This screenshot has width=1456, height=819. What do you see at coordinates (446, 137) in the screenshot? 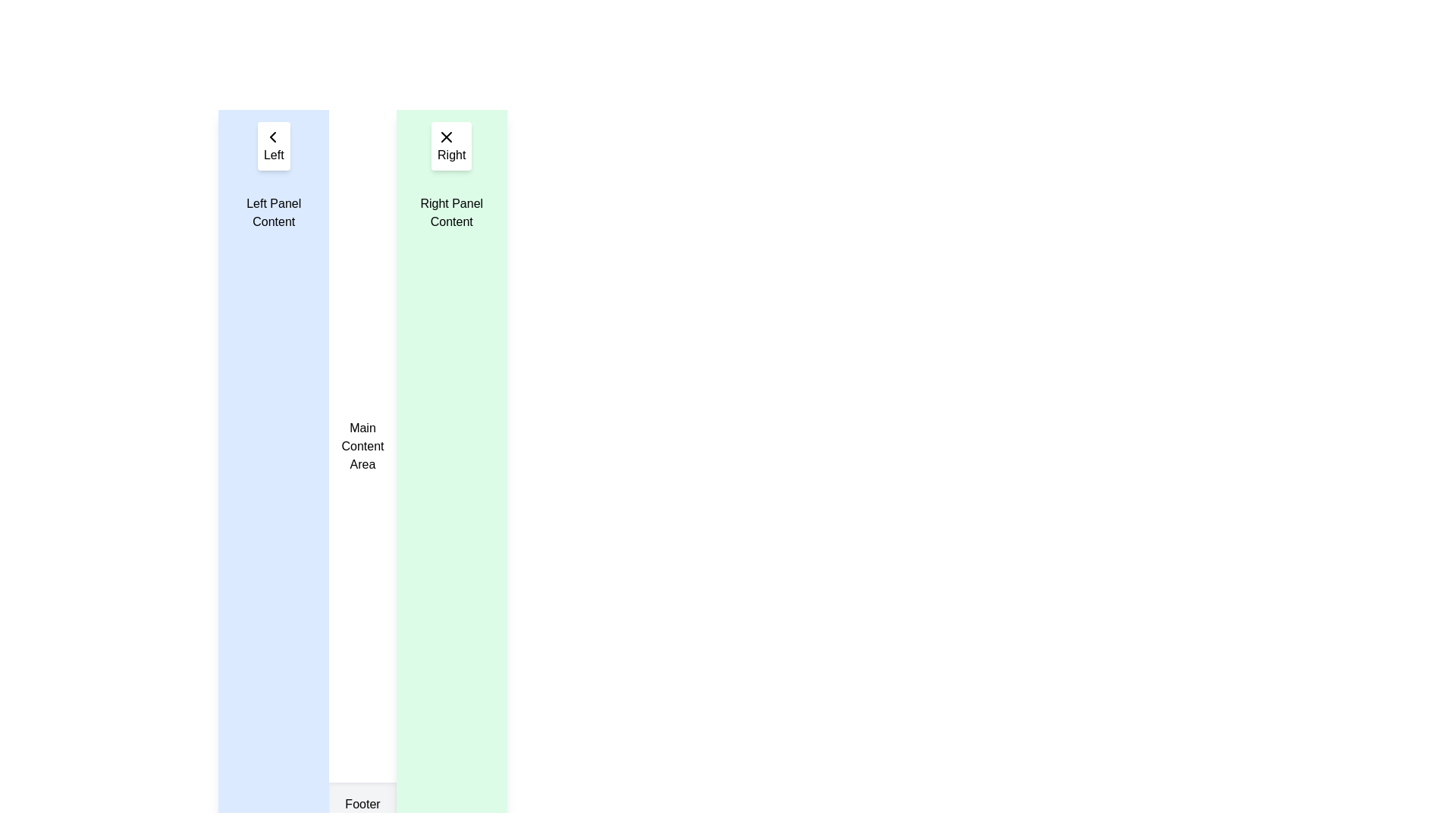
I see `the Close Icon located in the right panel content section` at bounding box center [446, 137].